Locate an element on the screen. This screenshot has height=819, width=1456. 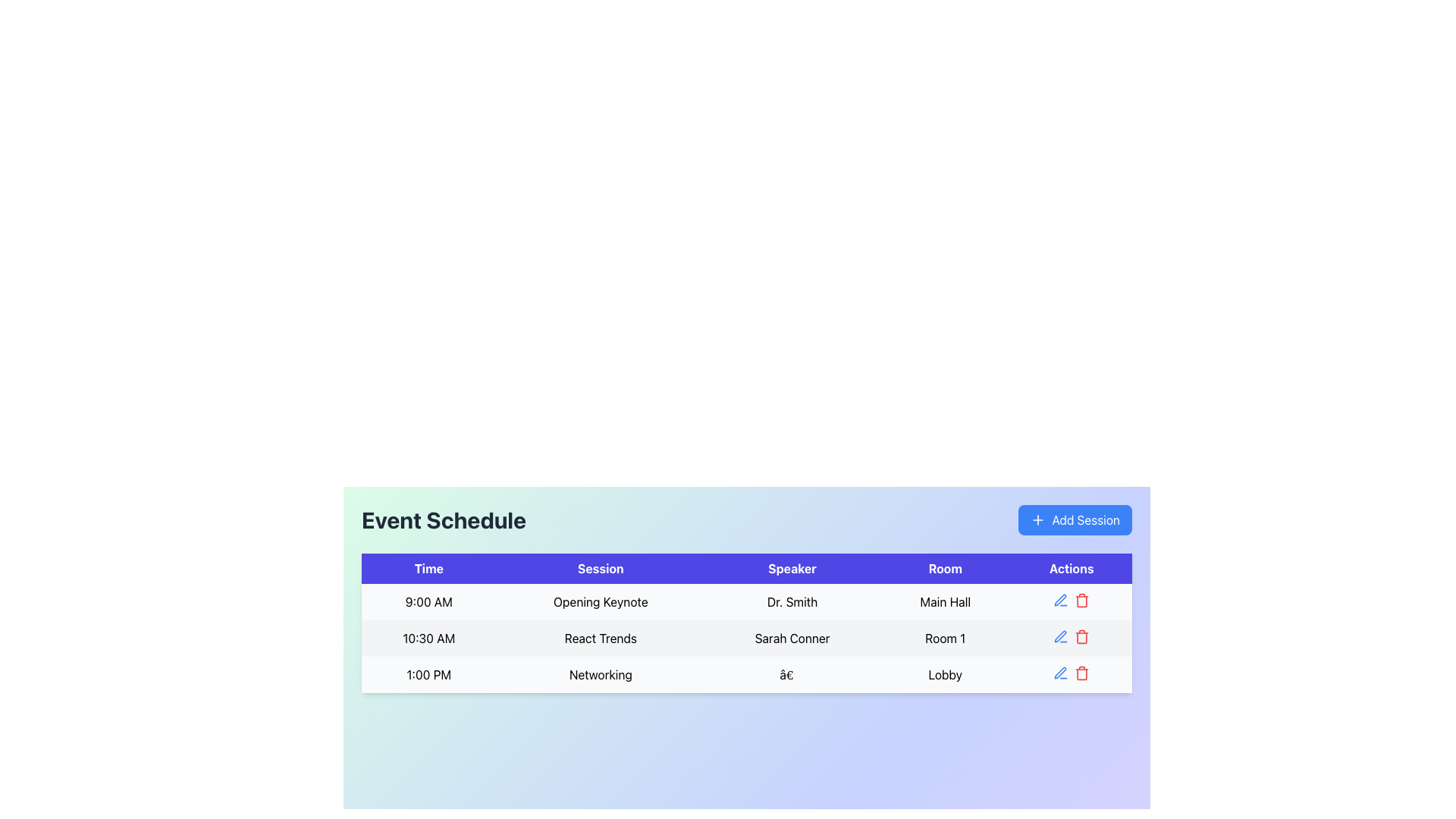
the 'Session' header cell in the table to sort the column, which is the purple button-like area with white text located in the second column of the header row is located at coordinates (600, 568).